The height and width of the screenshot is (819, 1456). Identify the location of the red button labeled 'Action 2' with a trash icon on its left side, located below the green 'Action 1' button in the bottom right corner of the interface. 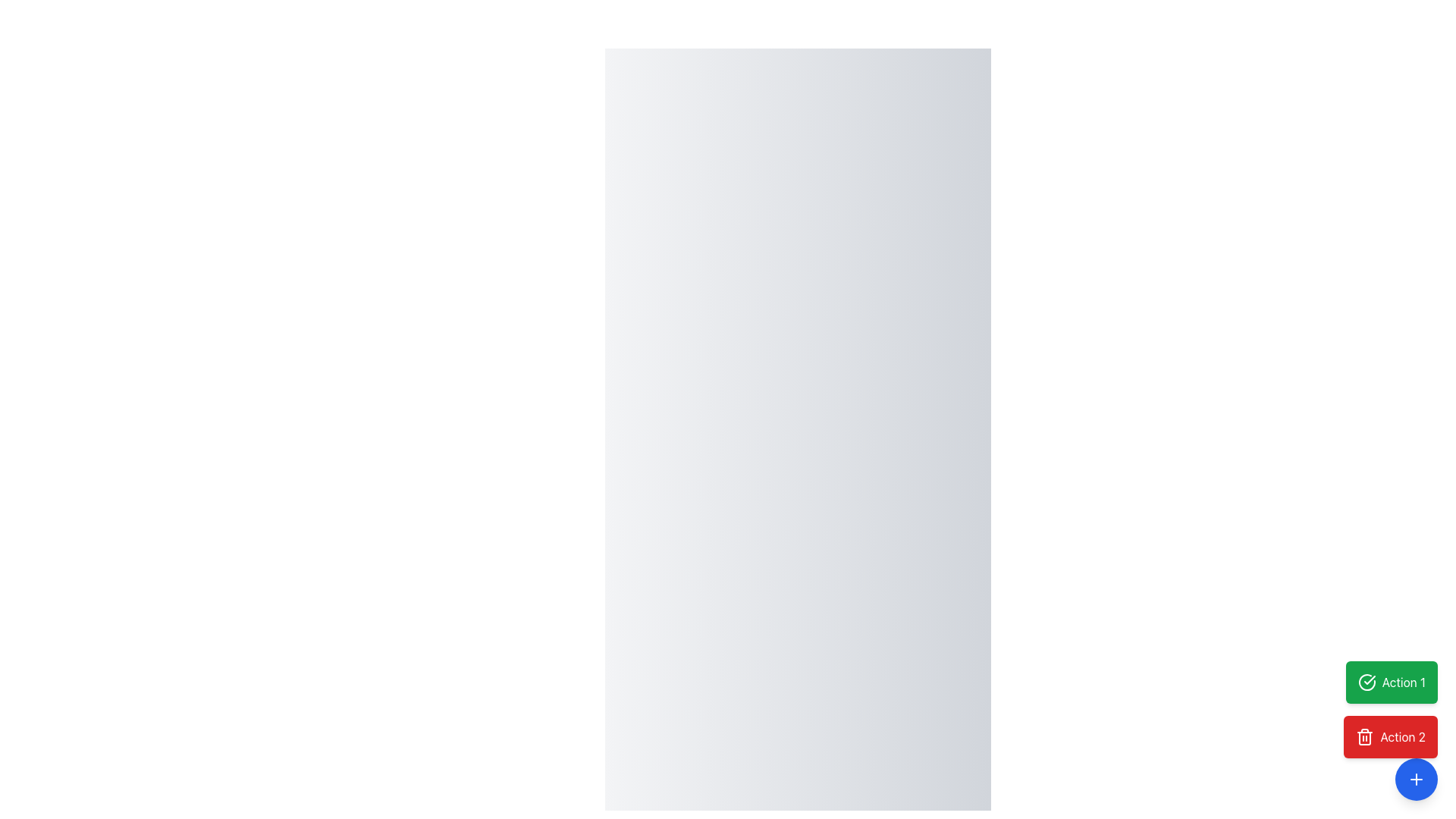
(1390, 736).